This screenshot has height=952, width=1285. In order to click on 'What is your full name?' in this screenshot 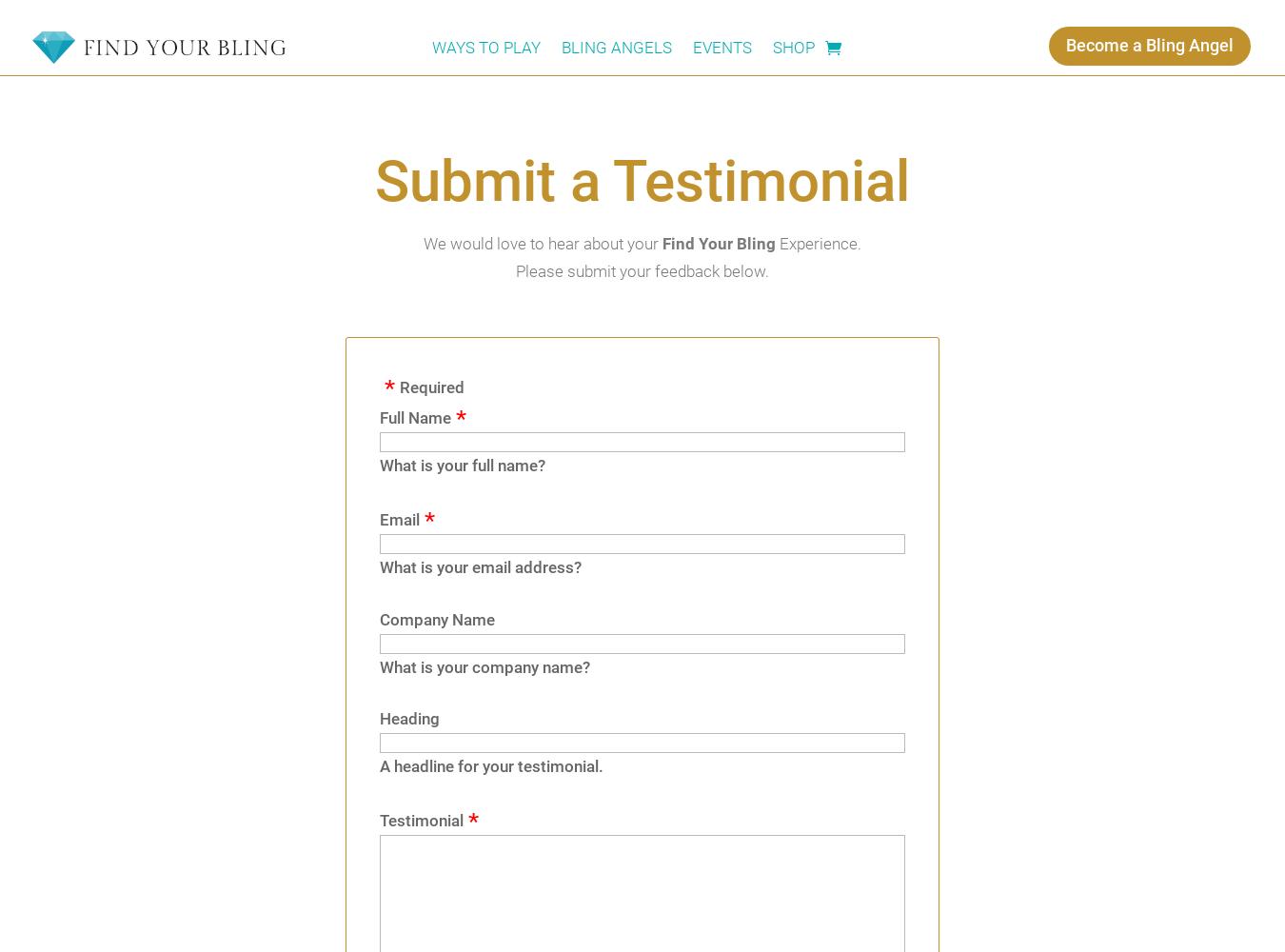, I will do `click(378, 464)`.